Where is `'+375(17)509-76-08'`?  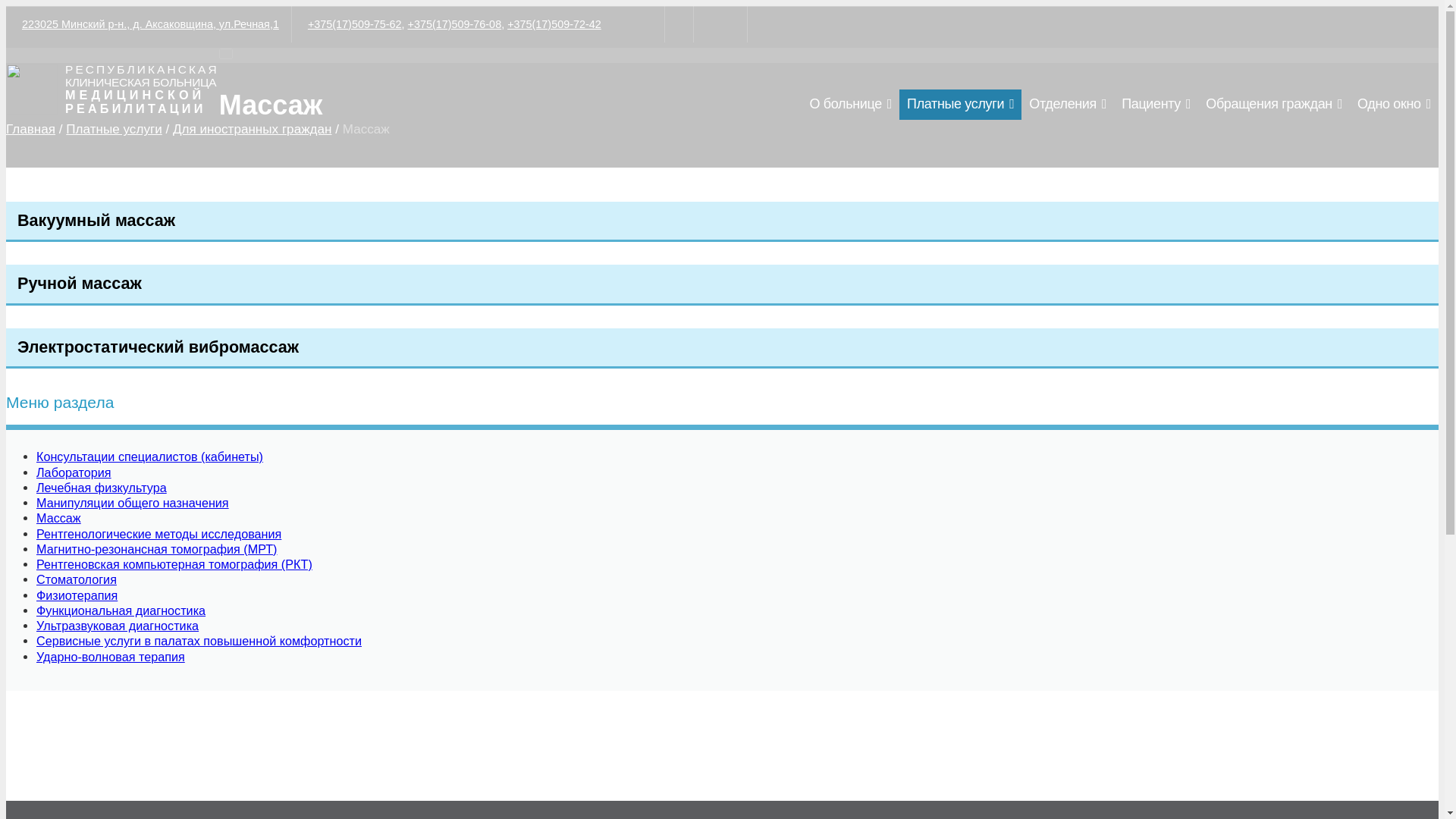 '+375(17)509-76-08' is located at coordinates (454, 24).